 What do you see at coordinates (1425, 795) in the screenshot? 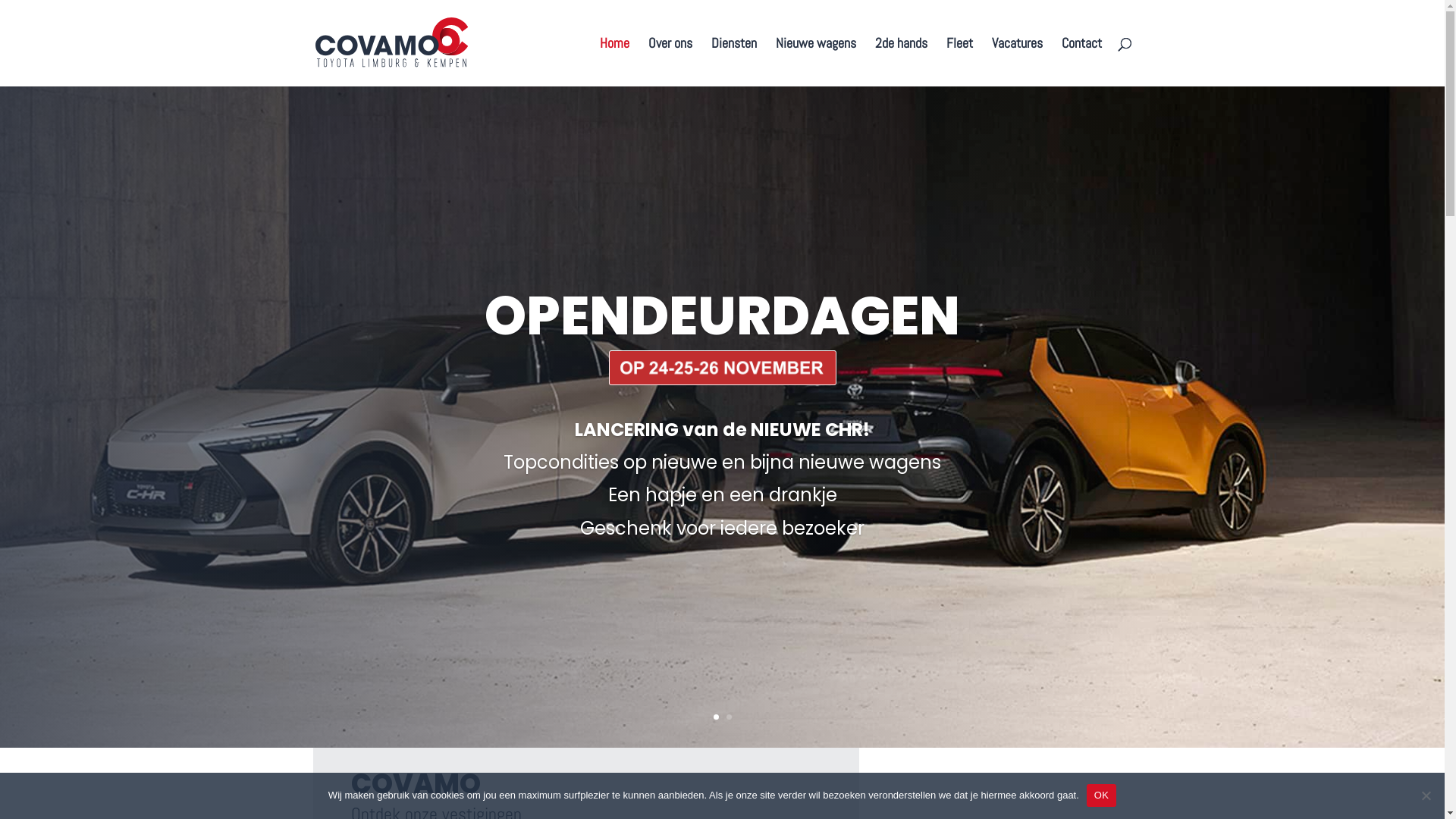
I see `'No'` at bounding box center [1425, 795].